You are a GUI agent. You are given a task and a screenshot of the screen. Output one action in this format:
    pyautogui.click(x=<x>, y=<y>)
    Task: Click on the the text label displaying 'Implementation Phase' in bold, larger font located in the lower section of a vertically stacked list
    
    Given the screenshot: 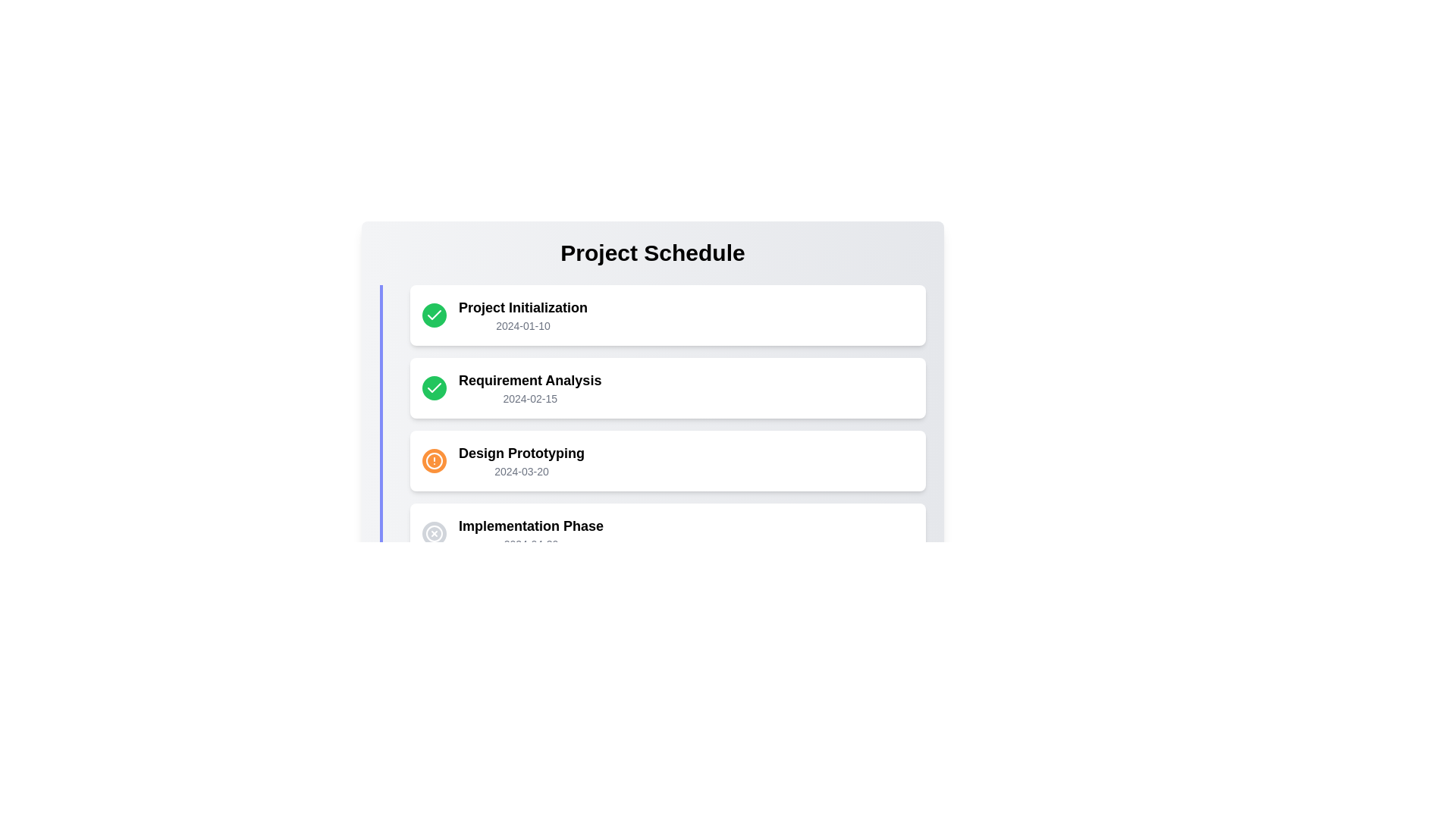 What is the action you would take?
    pyautogui.click(x=531, y=526)
    